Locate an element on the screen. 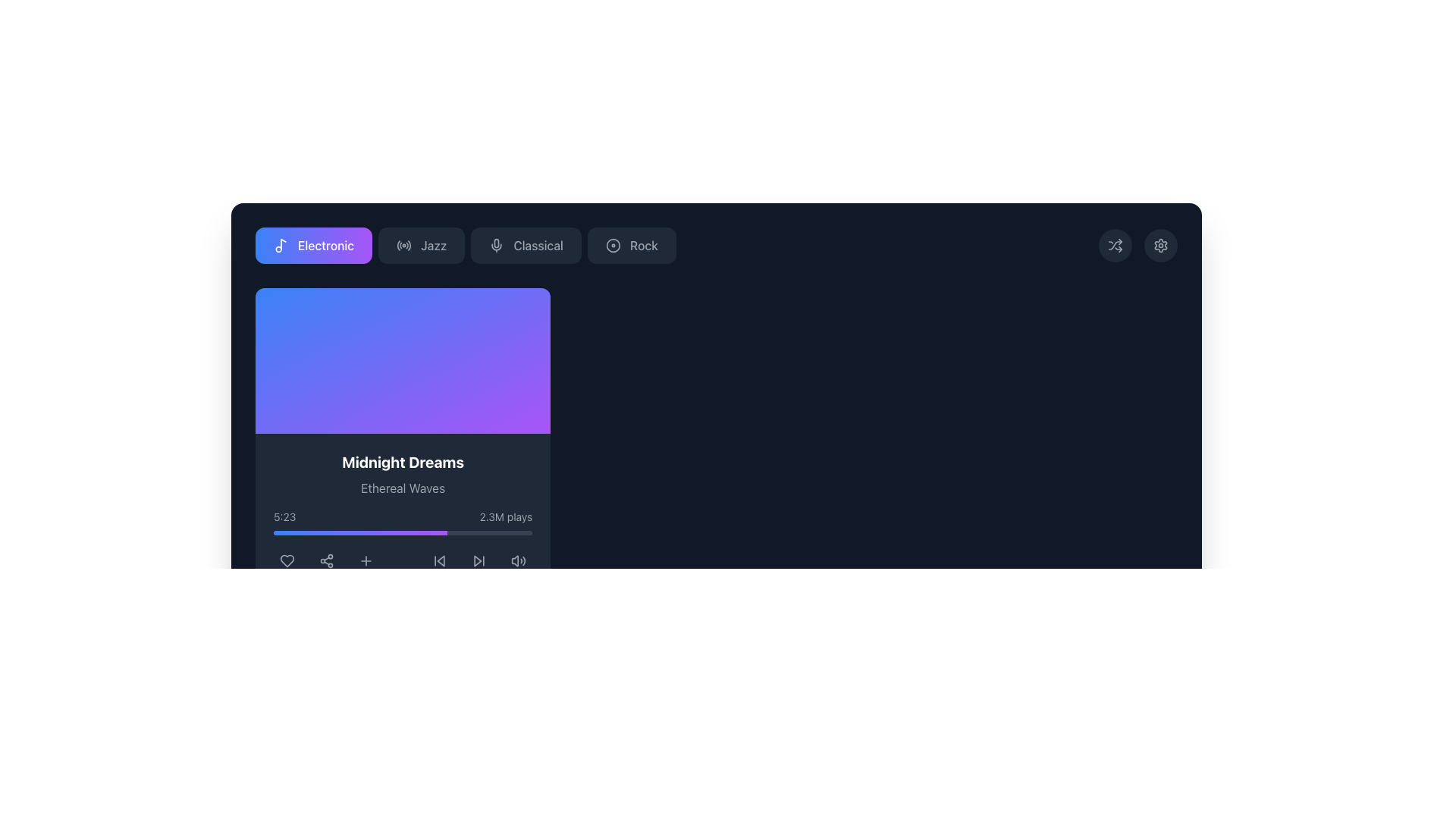 This screenshot has width=1456, height=819. the circular graphical icon within the 'Rock' button, which is the fourth button in the row of options at the top-center of the interface is located at coordinates (613, 245).